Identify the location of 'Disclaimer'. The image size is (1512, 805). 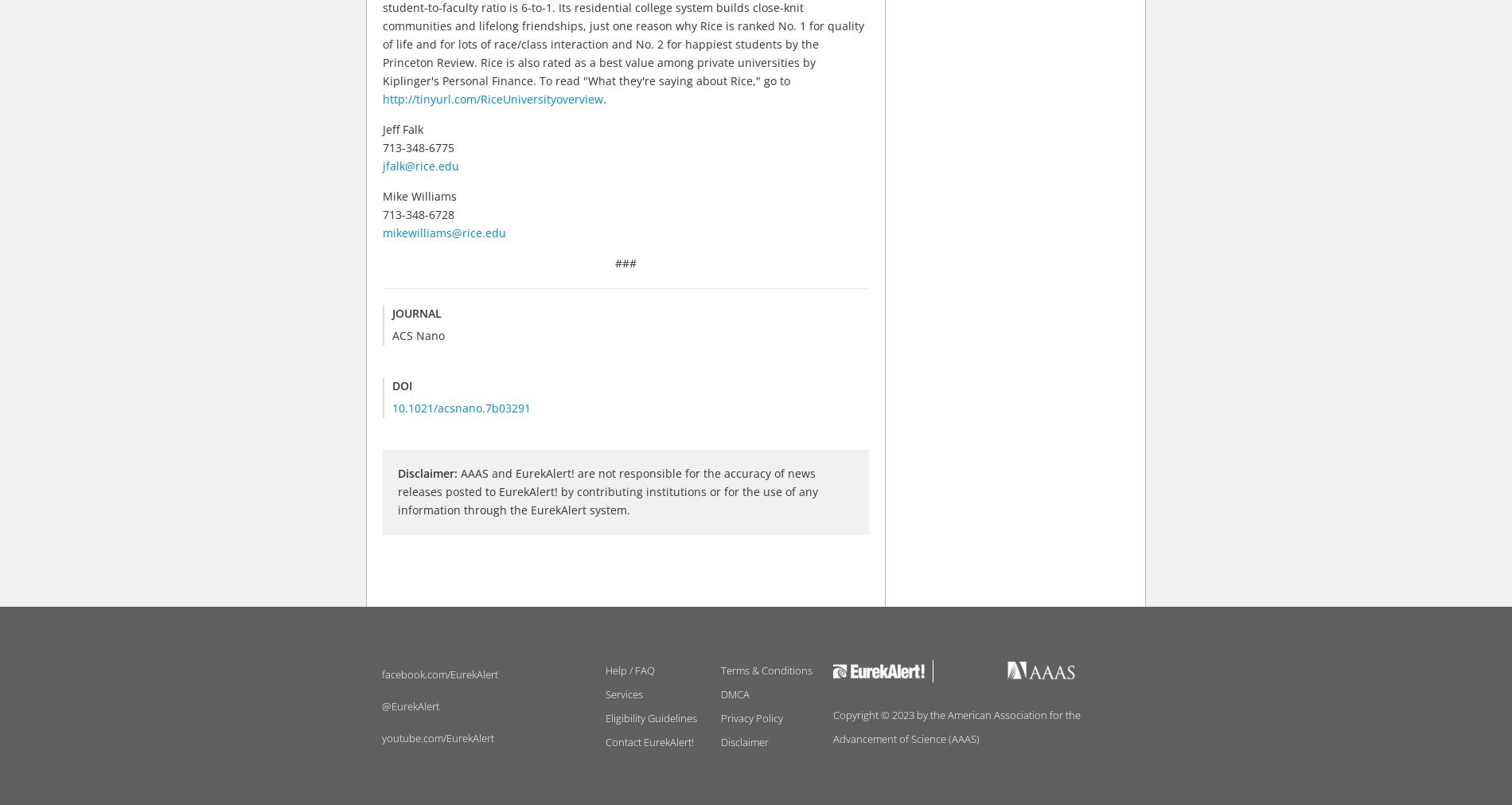
(743, 741).